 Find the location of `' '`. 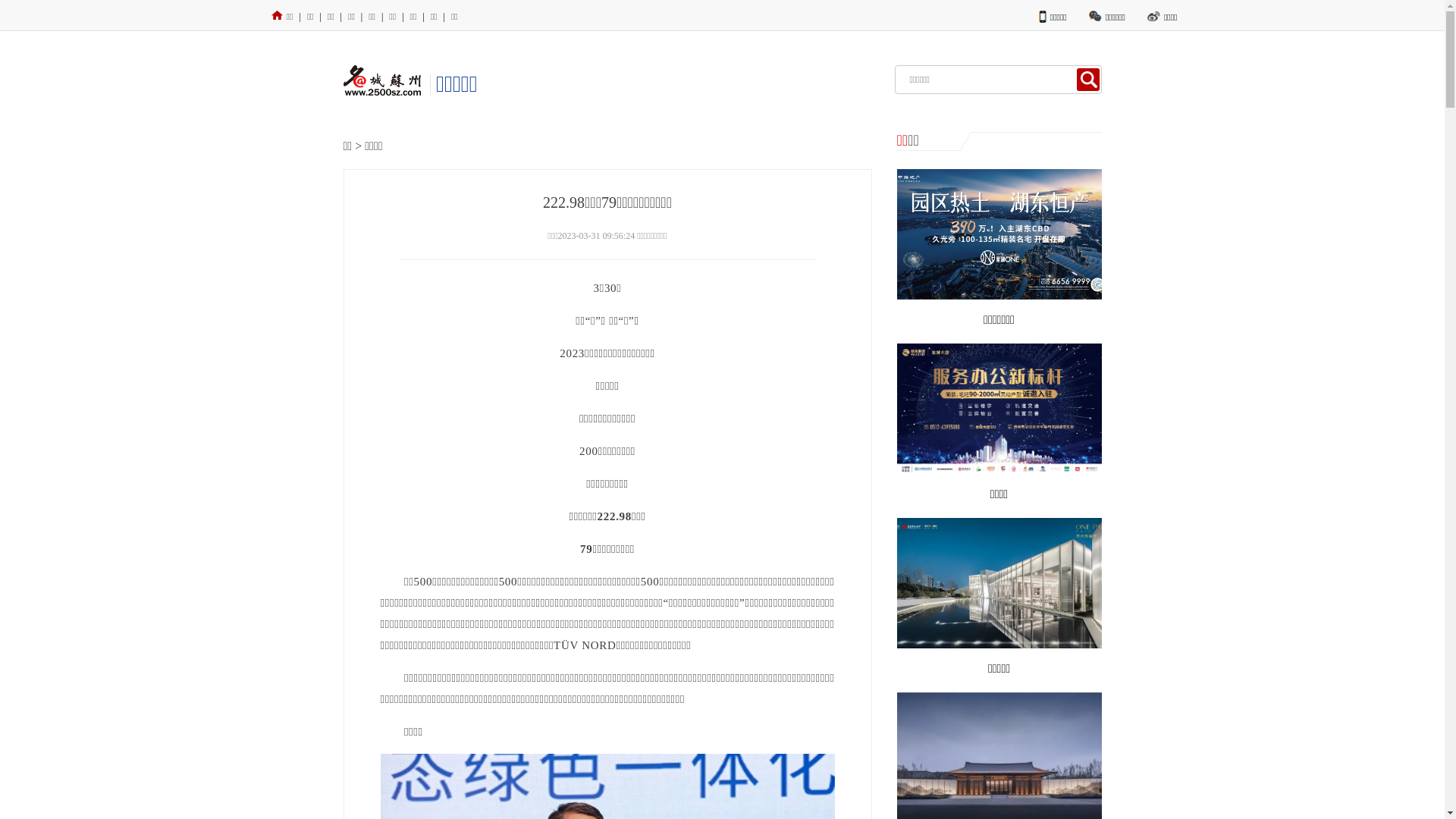

' ' is located at coordinates (1087, 79).